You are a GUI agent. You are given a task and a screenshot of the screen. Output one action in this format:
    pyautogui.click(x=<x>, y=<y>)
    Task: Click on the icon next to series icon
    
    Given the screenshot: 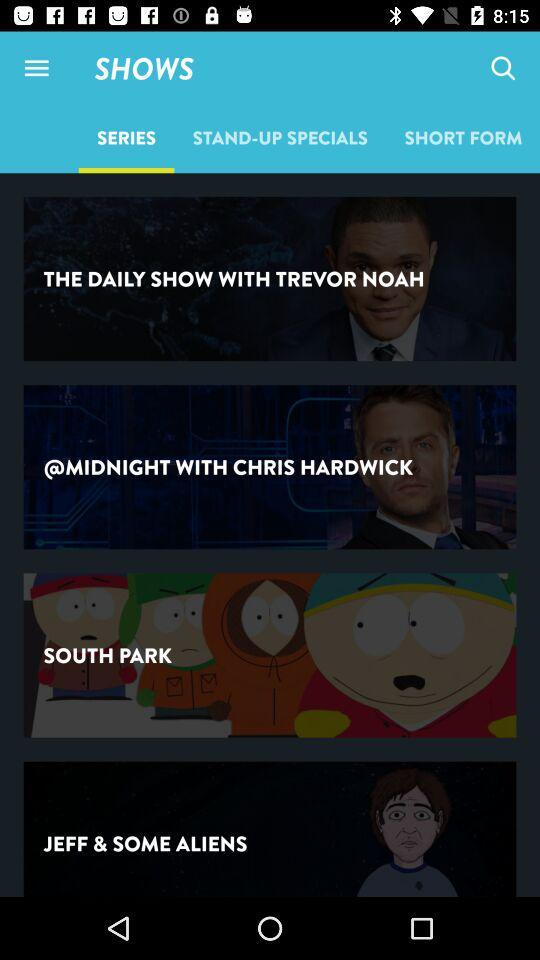 What is the action you would take?
    pyautogui.click(x=279, y=136)
    